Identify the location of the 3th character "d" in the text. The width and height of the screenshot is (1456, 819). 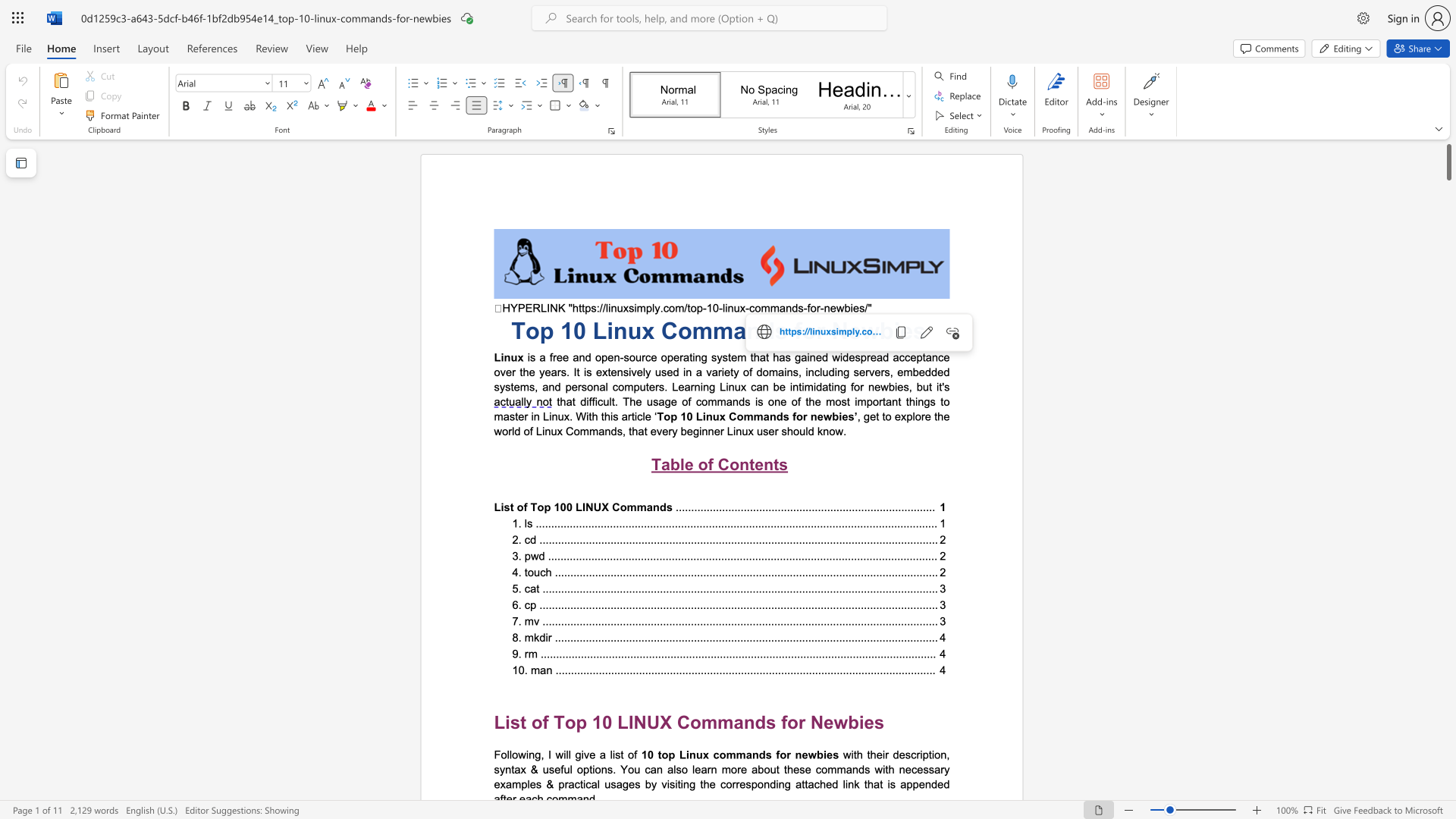
(810, 431).